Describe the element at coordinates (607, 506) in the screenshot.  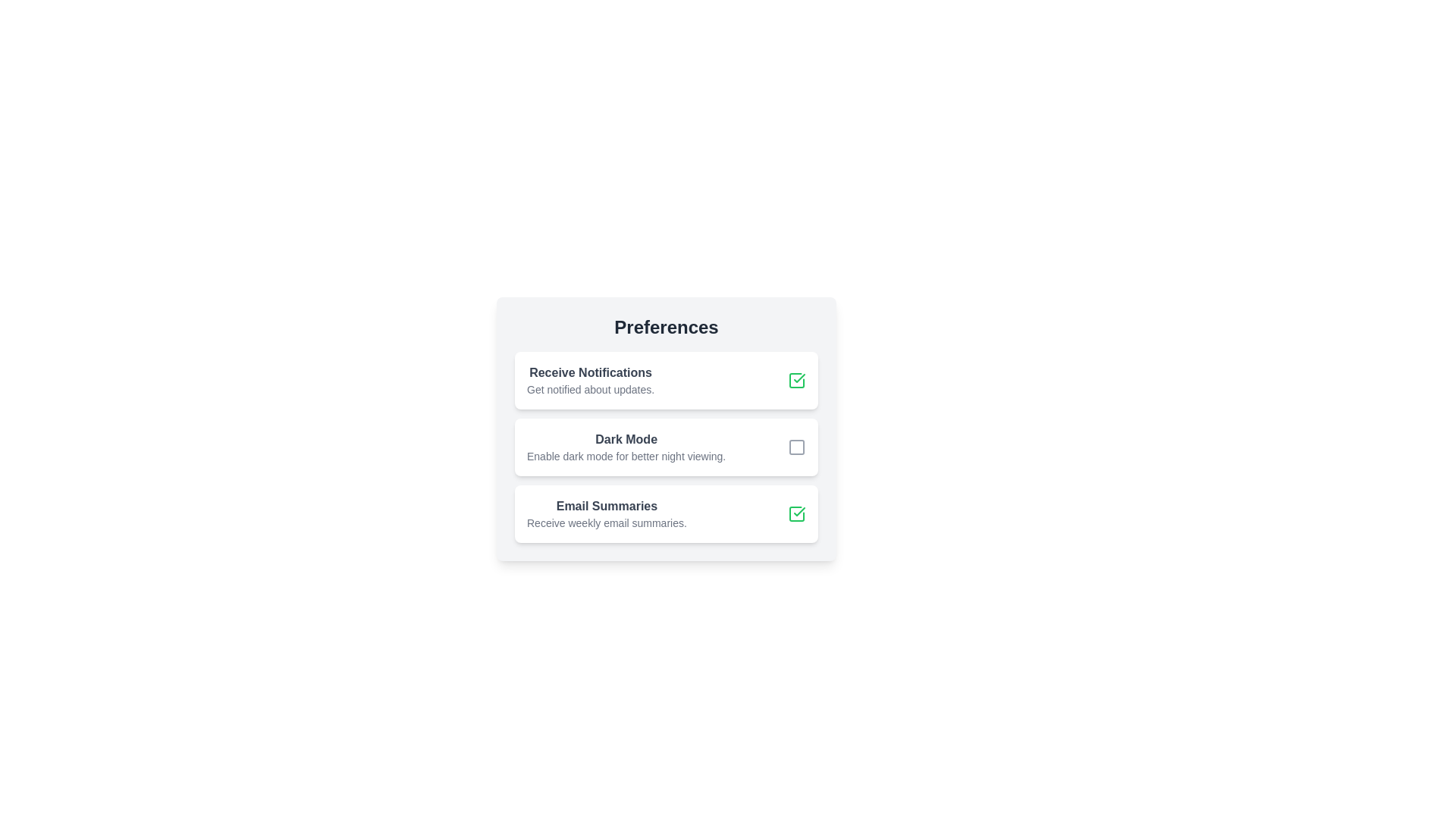
I see `the non-interactive text label that identifies the third group of options in the 'Preferences' card, positioned above 'Receive weekly email summaries.'` at that location.